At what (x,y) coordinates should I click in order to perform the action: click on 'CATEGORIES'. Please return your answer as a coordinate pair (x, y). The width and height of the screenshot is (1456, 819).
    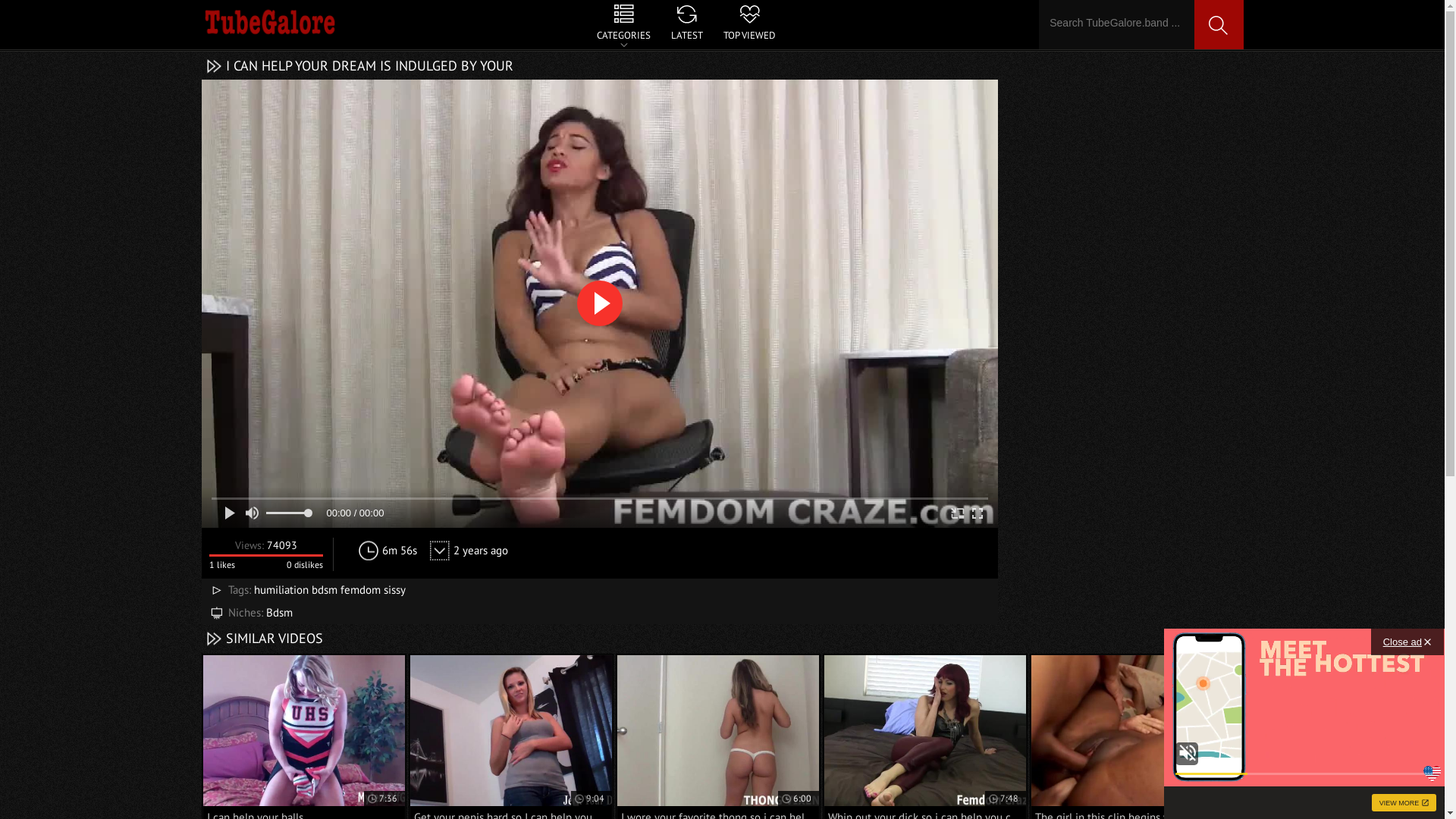
    Looking at the image, I should click on (623, 24).